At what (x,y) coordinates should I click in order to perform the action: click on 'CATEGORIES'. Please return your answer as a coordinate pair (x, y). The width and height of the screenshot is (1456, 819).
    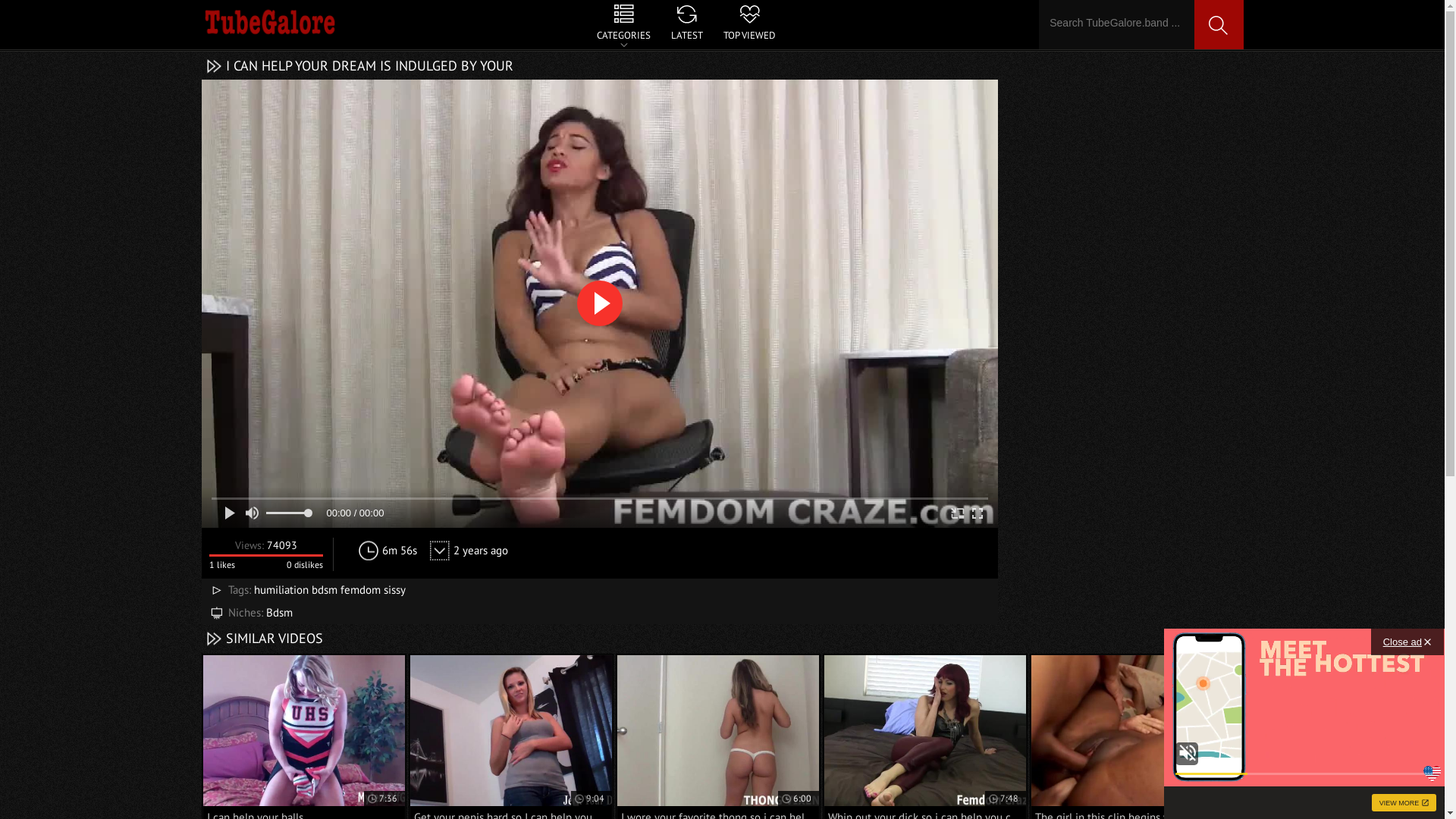
    Looking at the image, I should click on (623, 24).